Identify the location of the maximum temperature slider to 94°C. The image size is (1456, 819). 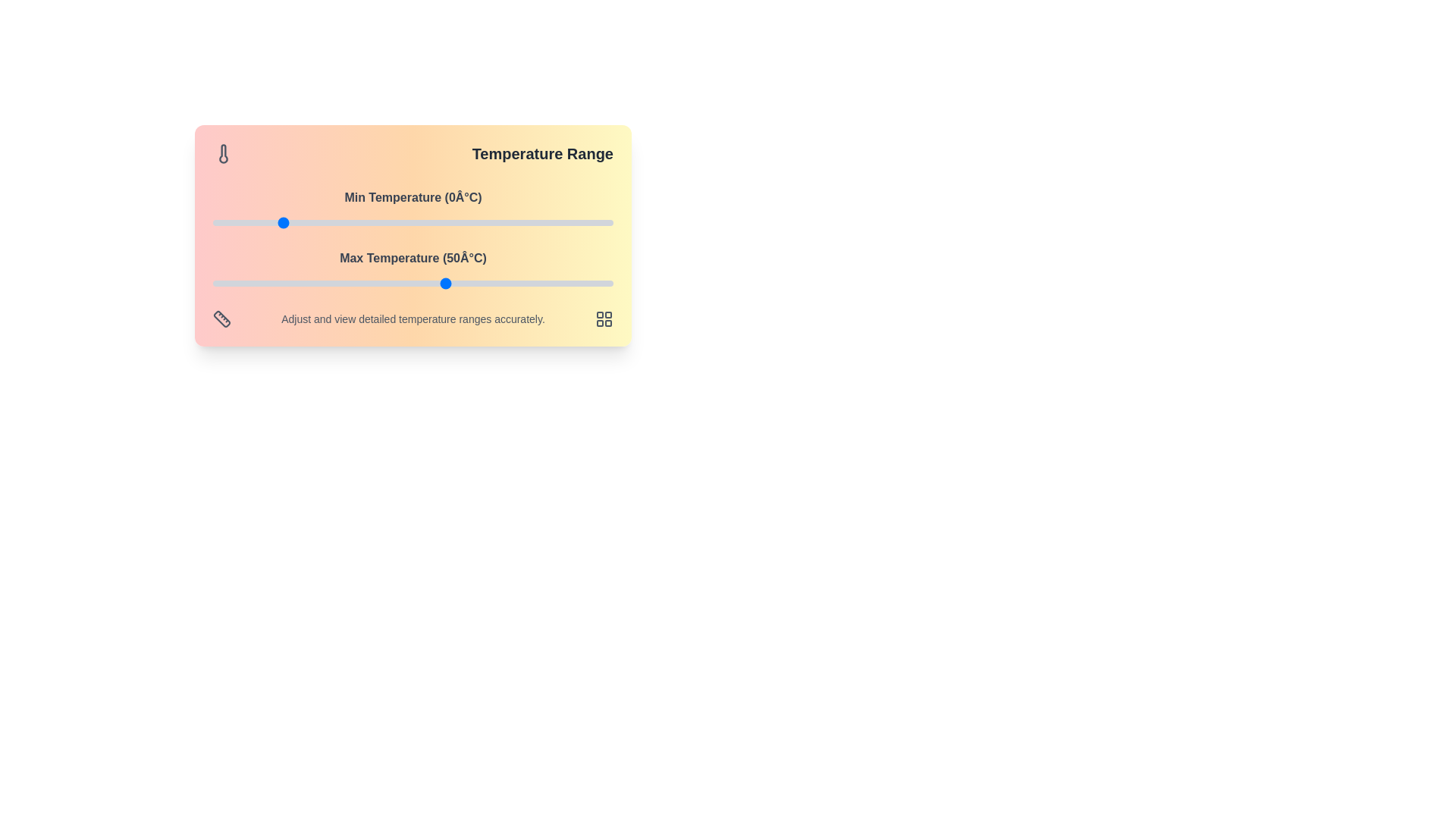
(592, 284).